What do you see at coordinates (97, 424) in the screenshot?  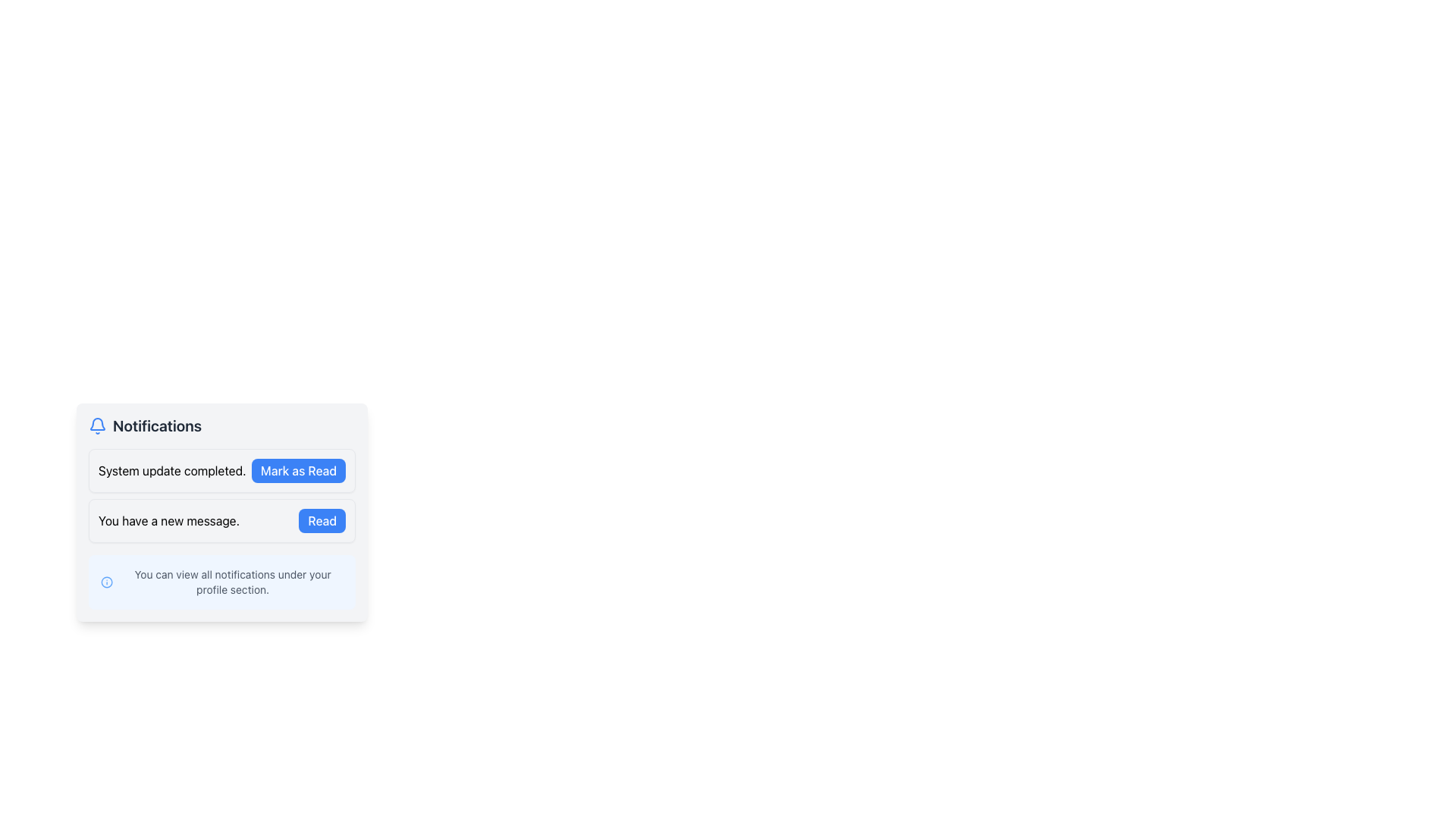 I see `the lower section of the bell icon, which is part of the notification system and located near the heading 'Notifications'` at bounding box center [97, 424].